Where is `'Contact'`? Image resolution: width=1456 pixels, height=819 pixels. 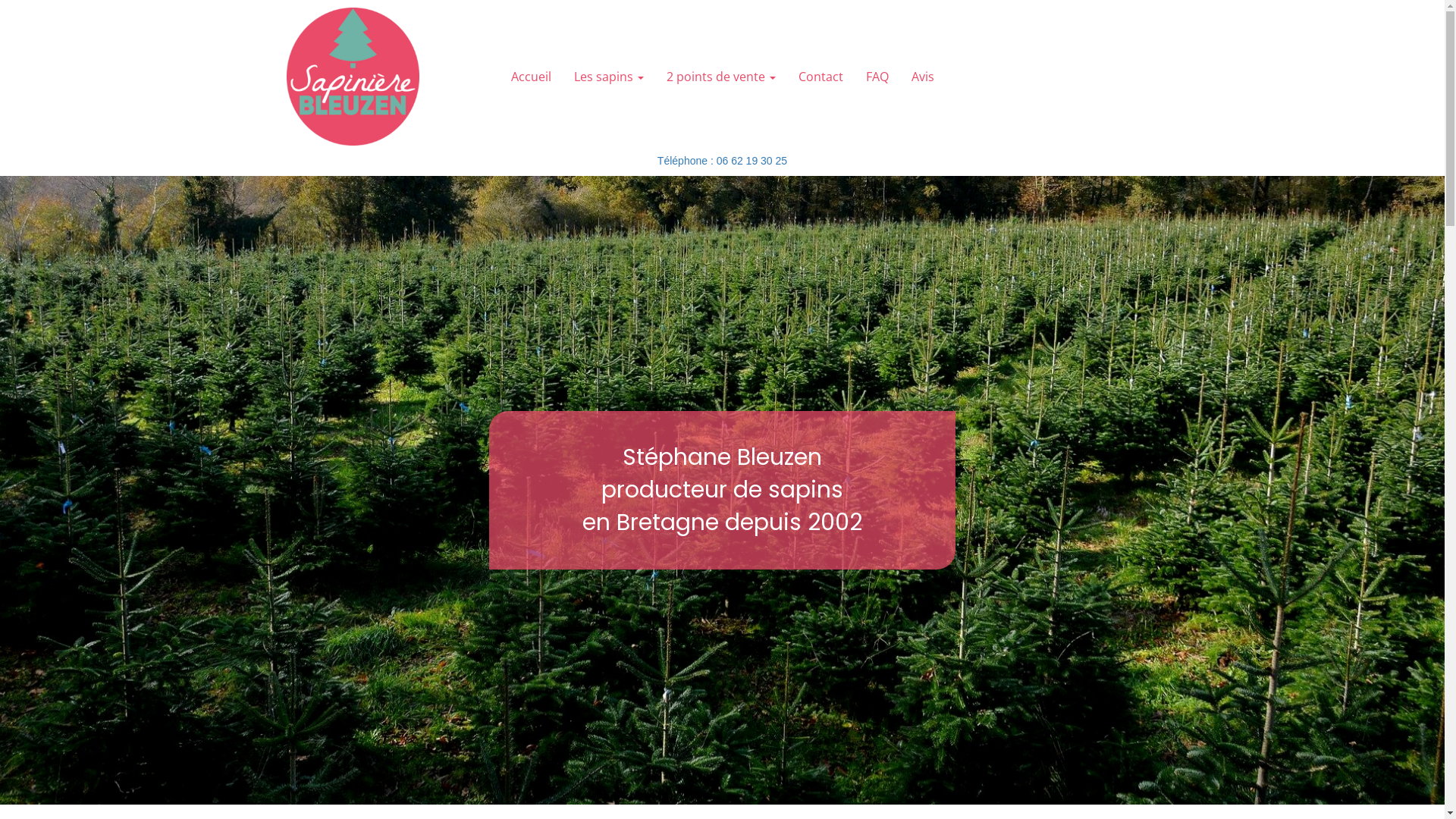 'Contact' is located at coordinates (820, 77).